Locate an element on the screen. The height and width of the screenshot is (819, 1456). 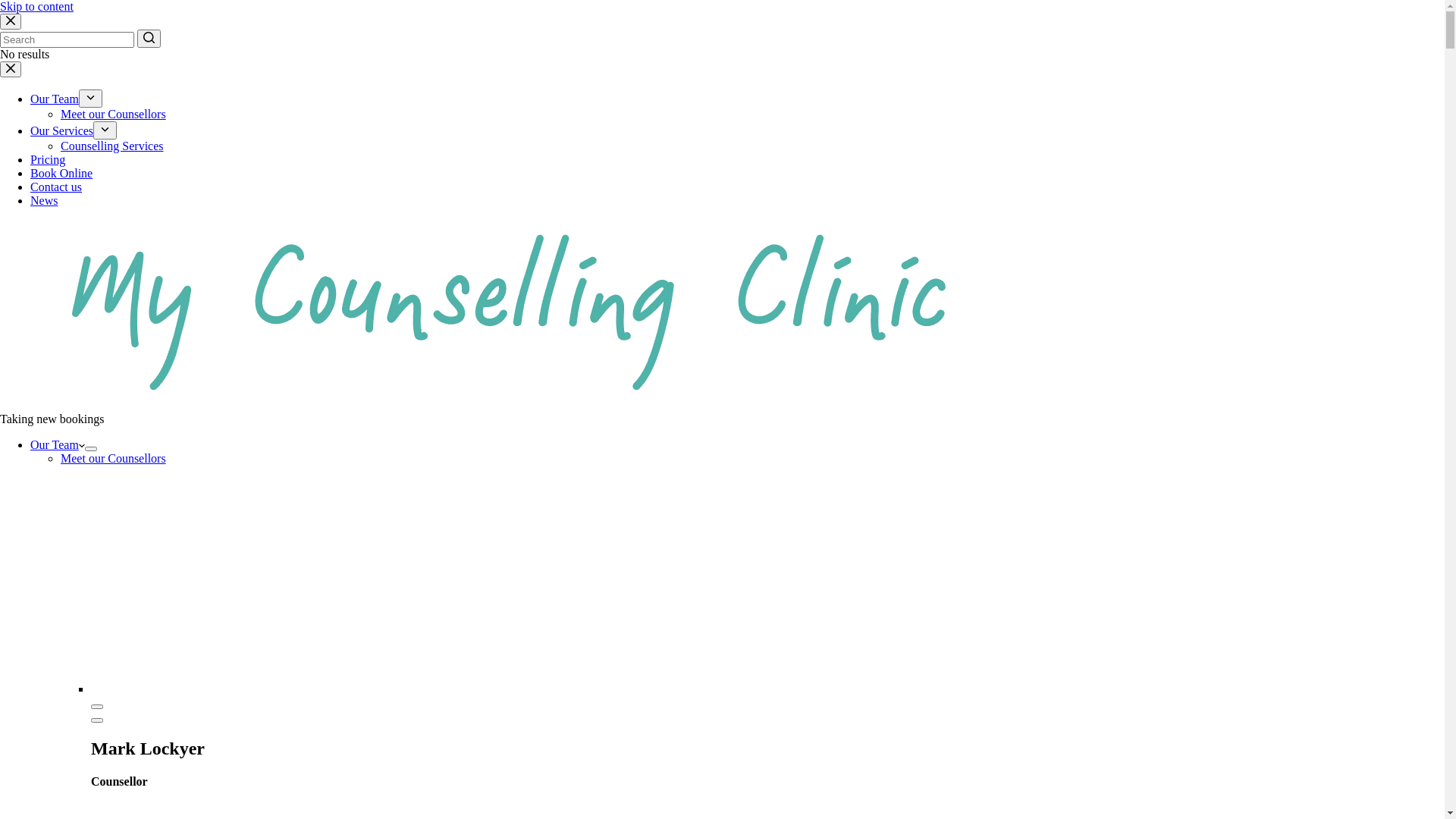
'Our Services' is located at coordinates (61, 130).